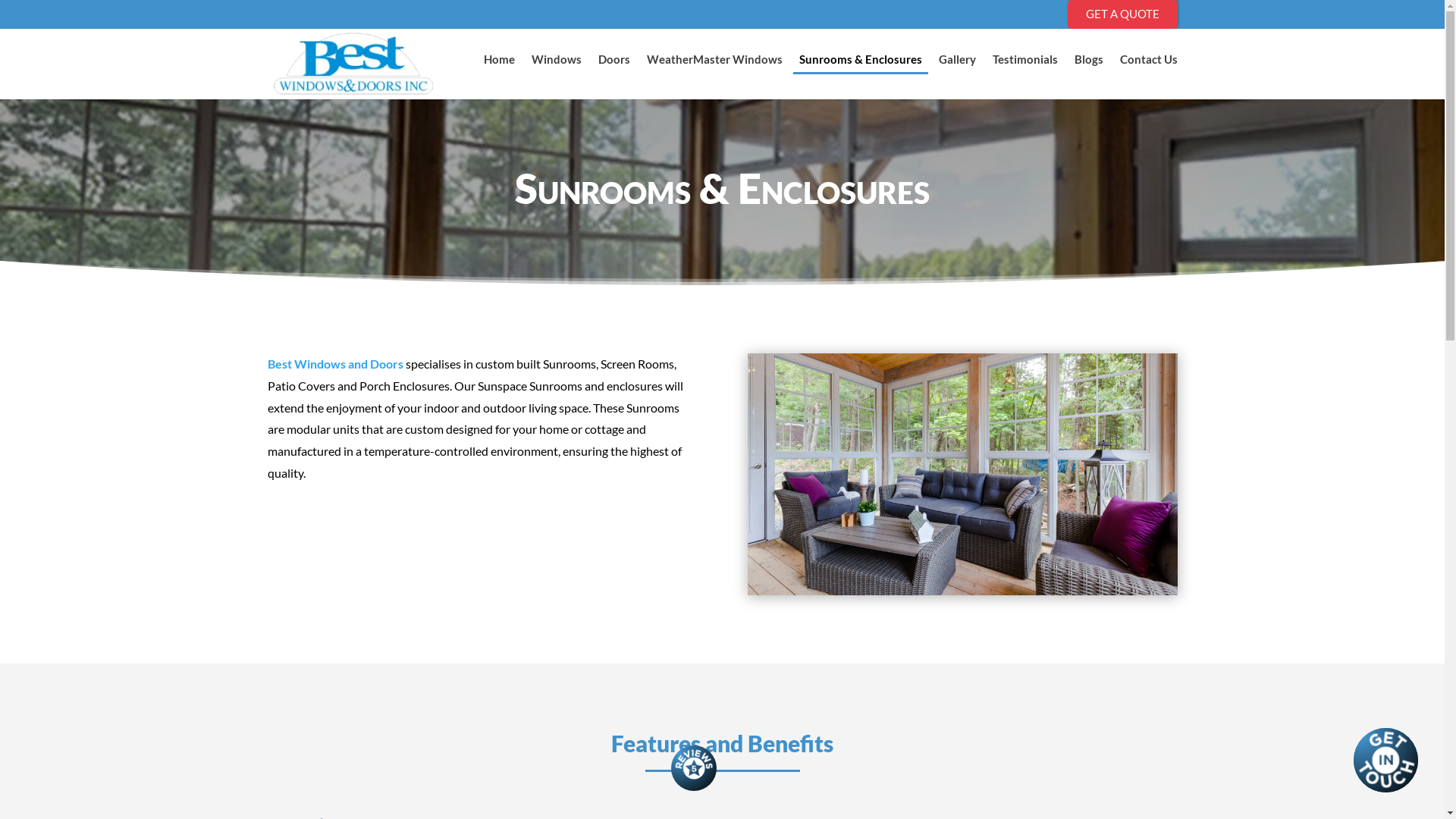  Describe the element at coordinates (1087, 71) in the screenshot. I see `'Blogs'` at that location.